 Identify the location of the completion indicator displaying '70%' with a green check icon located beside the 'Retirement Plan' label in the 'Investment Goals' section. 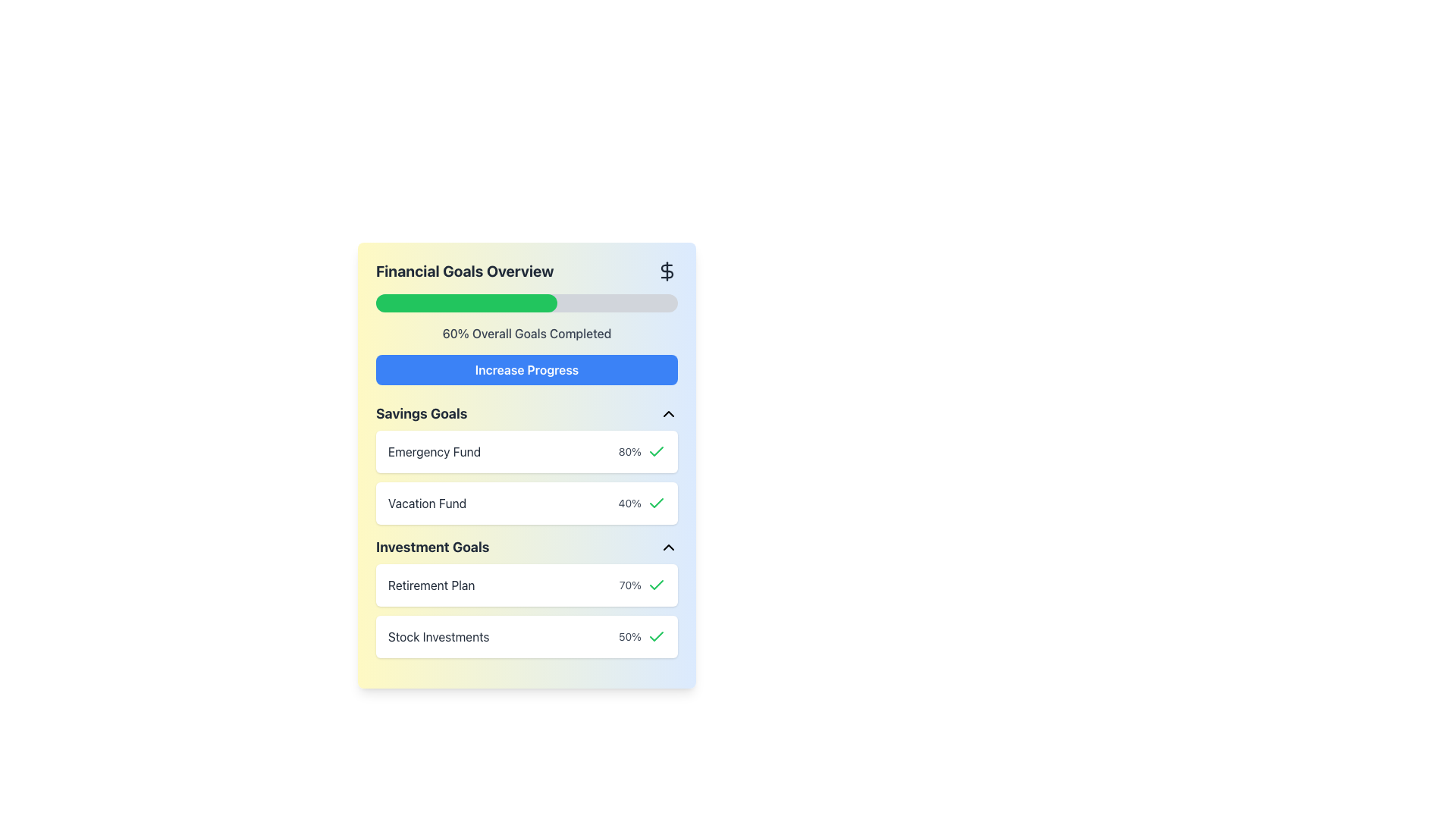
(642, 584).